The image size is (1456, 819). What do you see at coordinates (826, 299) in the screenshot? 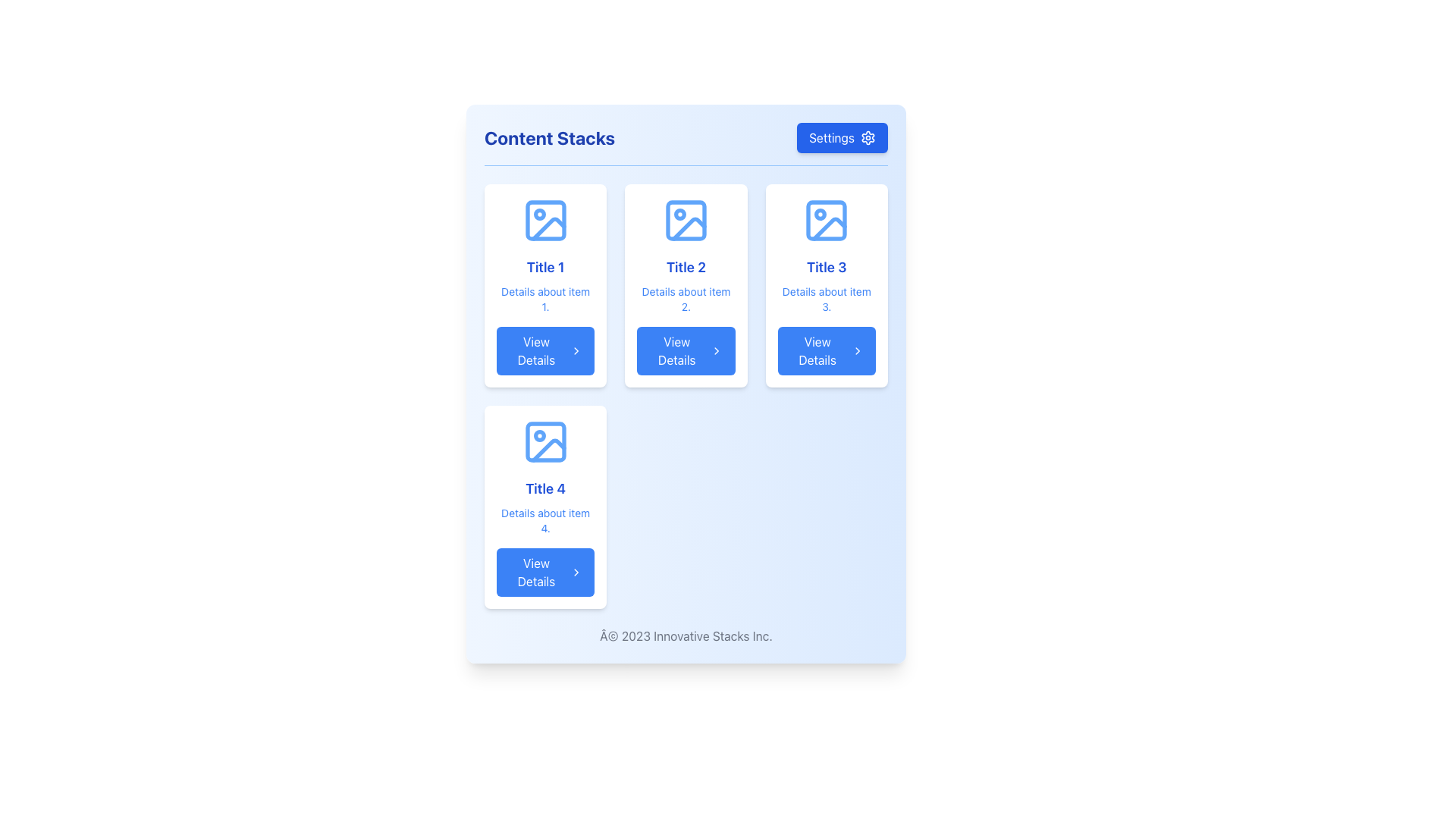
I see `the text element displaying 'Details about item 3.' which is located in the center of the card labeled 'Title 3' in the grid layout` at bounding box center [826, 299].